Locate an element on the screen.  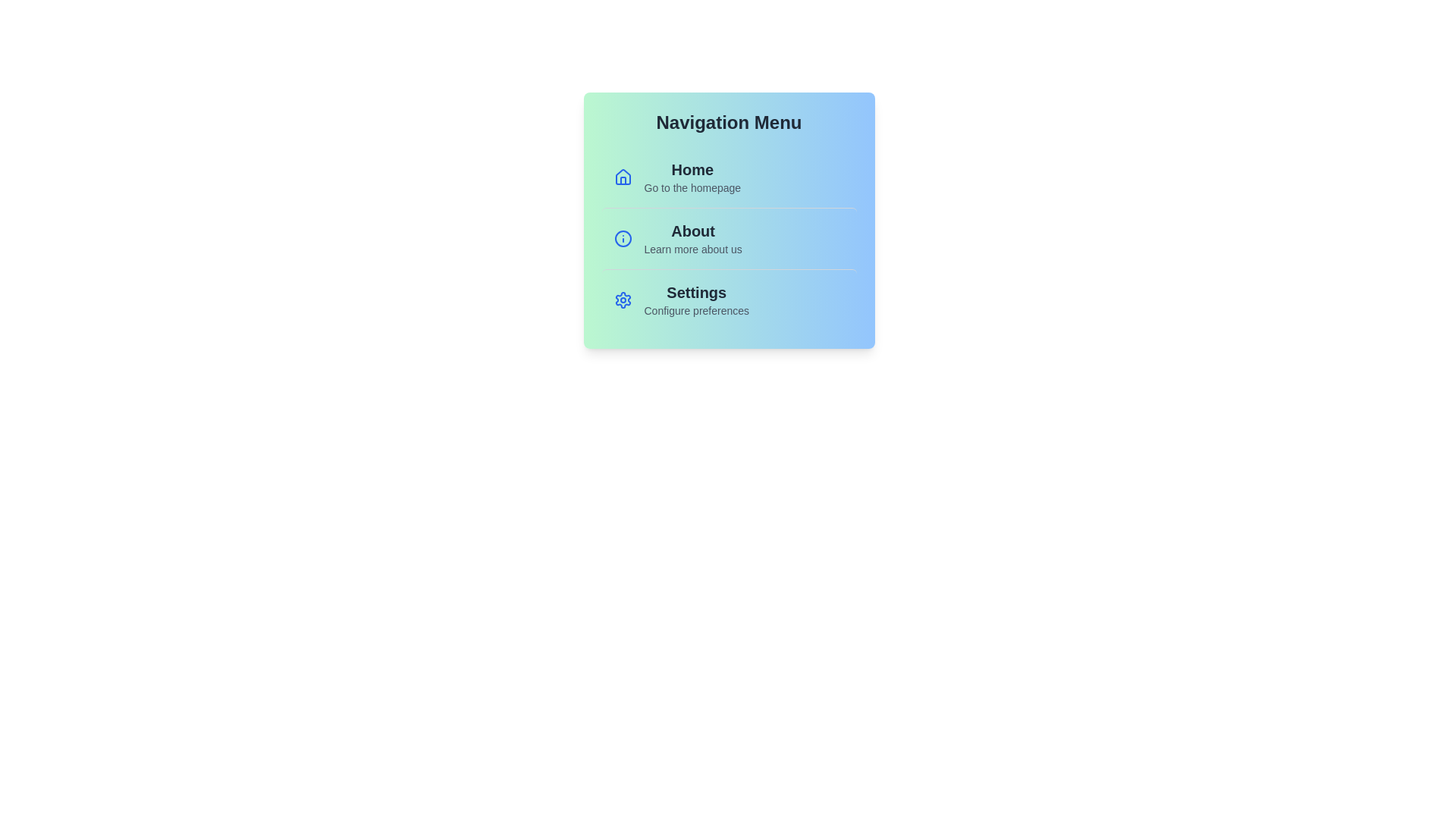
the menu item Settings to trigger its hover effect is located at coordinates (729, 300).